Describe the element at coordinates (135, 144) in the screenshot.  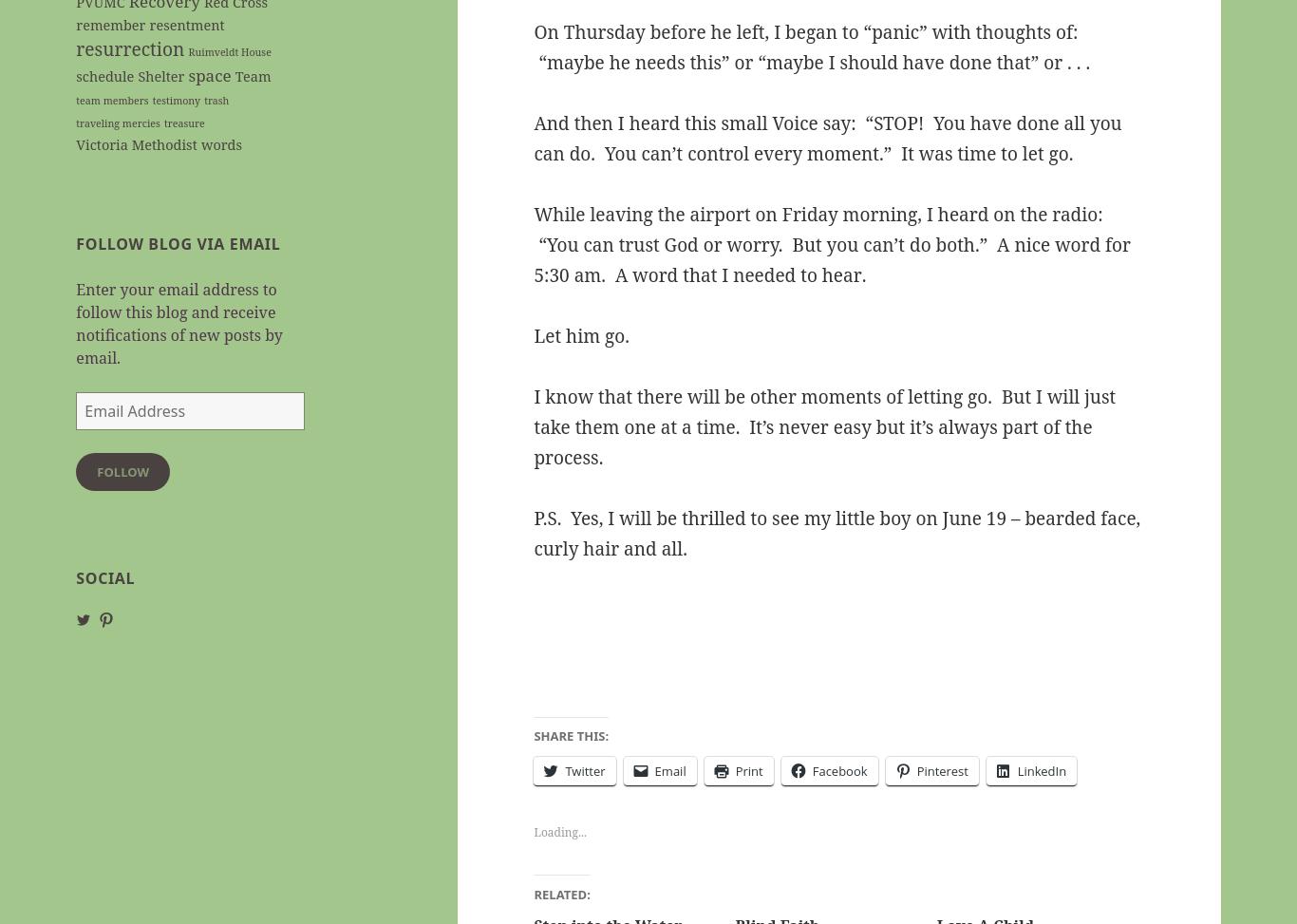
I see `'Victoria Methodist'` at that location.